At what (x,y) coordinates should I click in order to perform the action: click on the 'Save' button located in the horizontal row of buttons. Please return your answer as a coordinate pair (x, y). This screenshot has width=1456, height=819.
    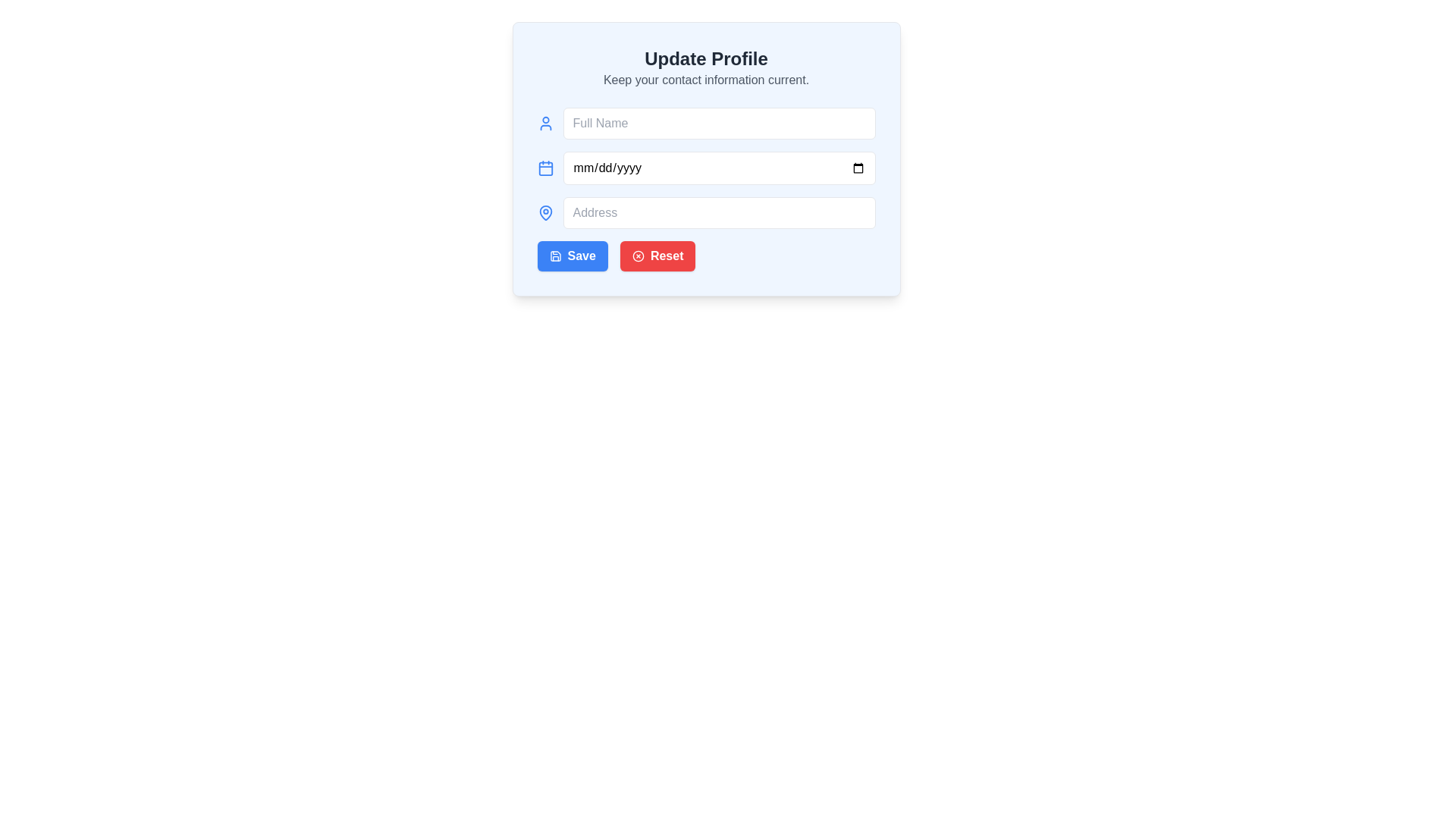
    Looking at the image, I should click on (572, 256).